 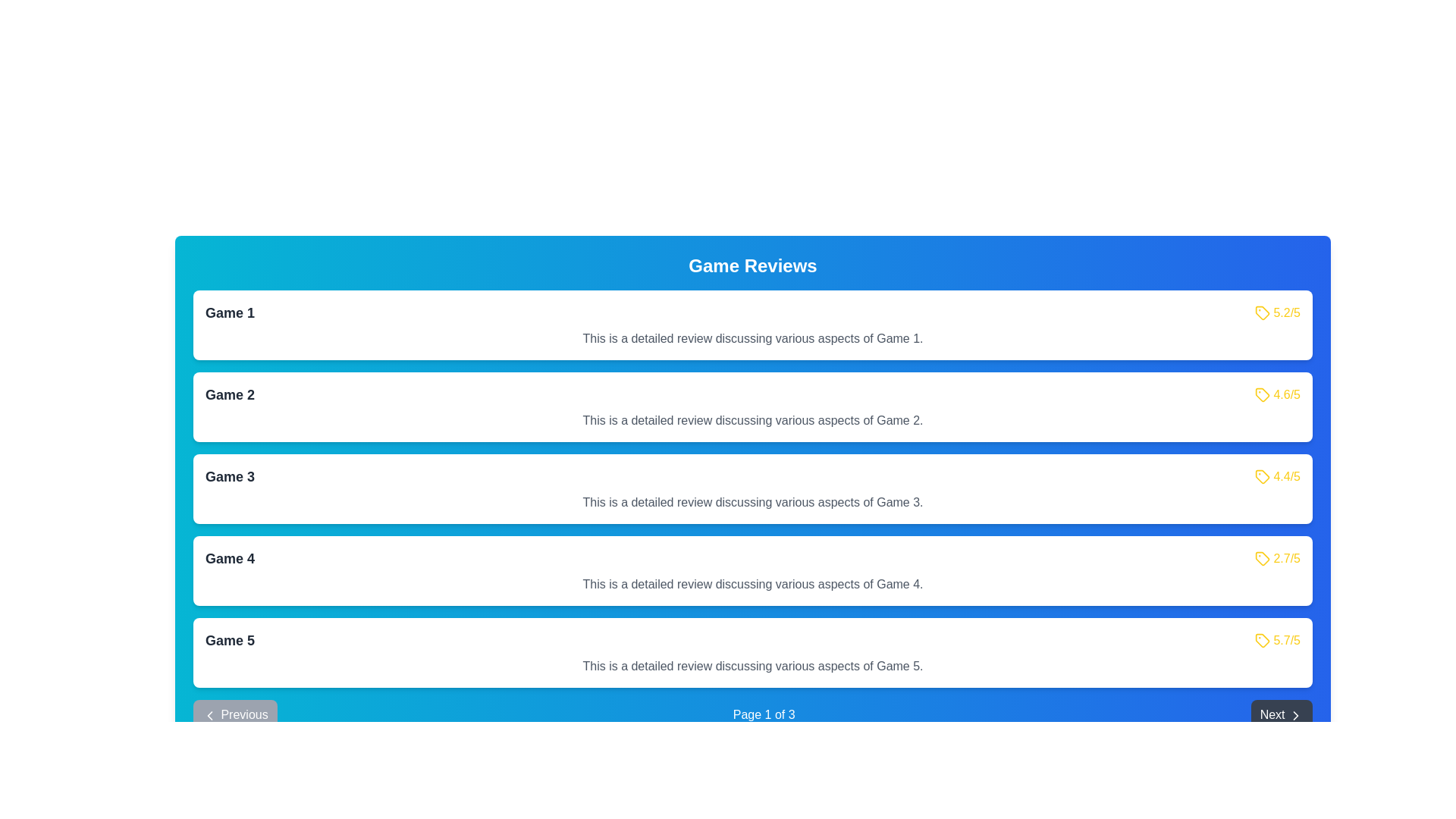 What do you see at coordinates (1277, 558) in the screenshot?
I see `the rating score label with an icon for 'Game 4', which is located on the far right of the row labeled 'Game 4'` at bounding box center [1277, 558].